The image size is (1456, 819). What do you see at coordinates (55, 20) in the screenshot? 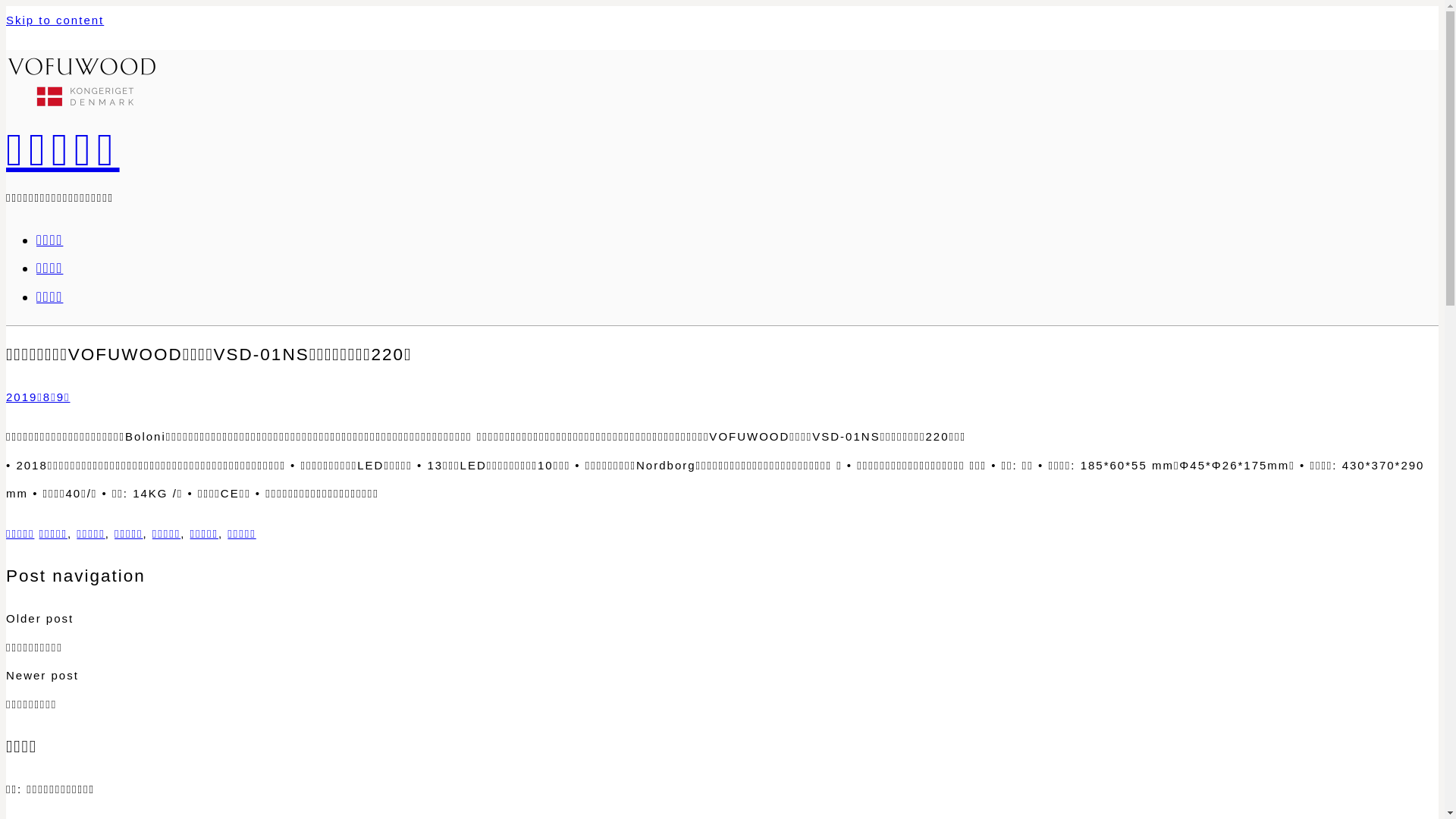
I see `'Skip to content'` at bounding box center [55, 20].